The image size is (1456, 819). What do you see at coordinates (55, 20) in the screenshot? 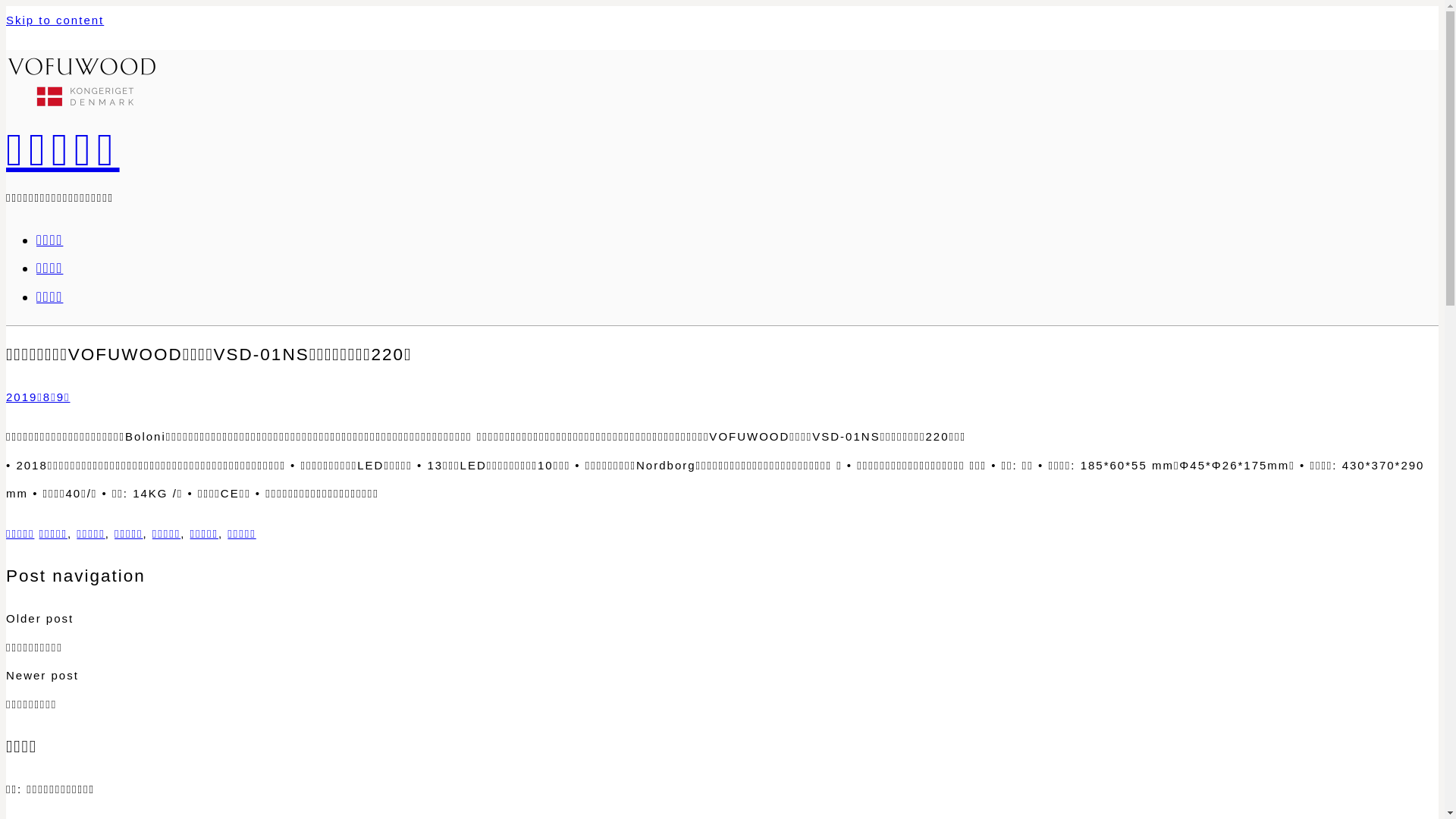
I see `'Skip to content'` at bounding box center [55, 20].